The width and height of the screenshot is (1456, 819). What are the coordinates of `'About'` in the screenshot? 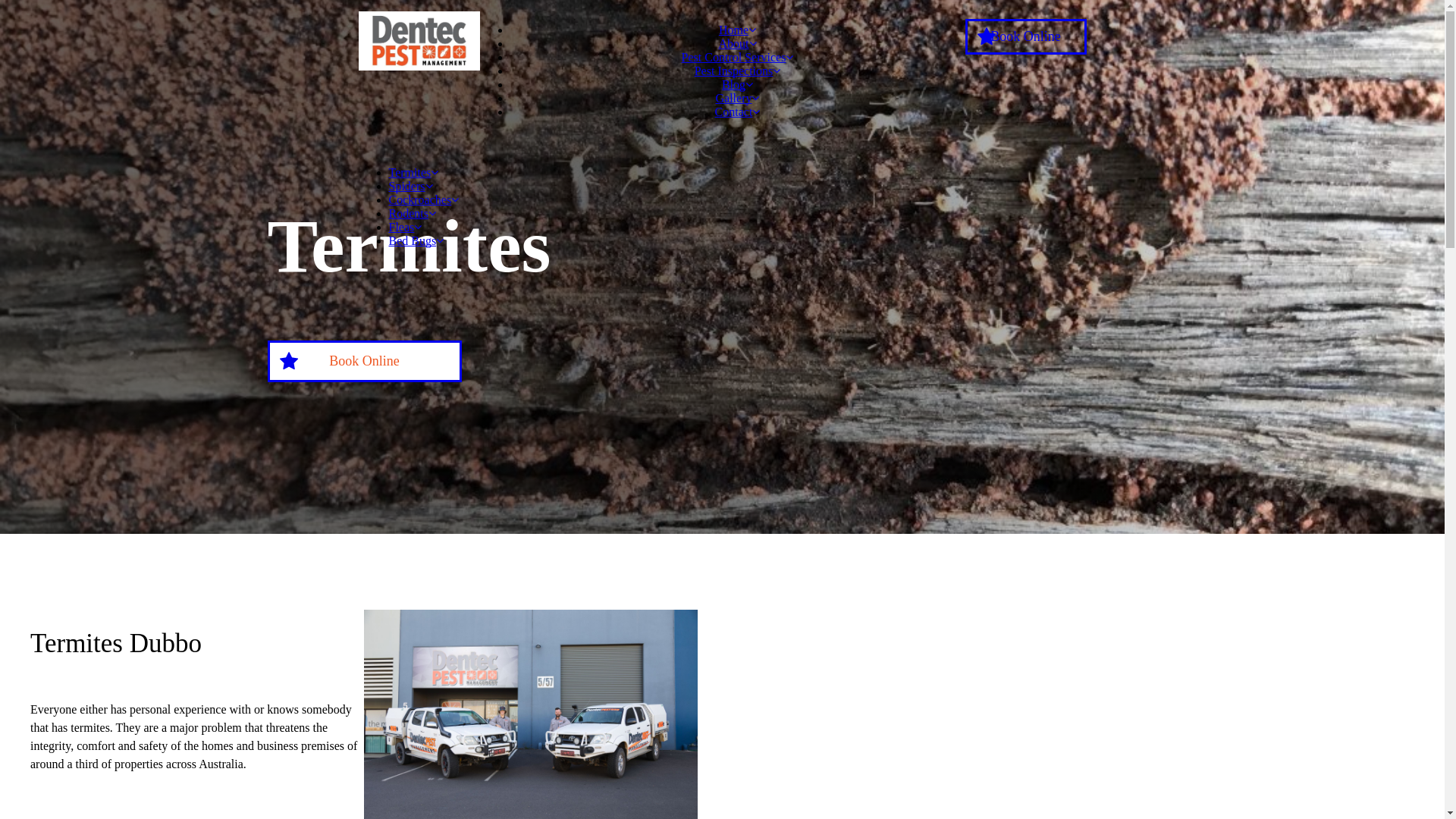 It's located at (718, 42).